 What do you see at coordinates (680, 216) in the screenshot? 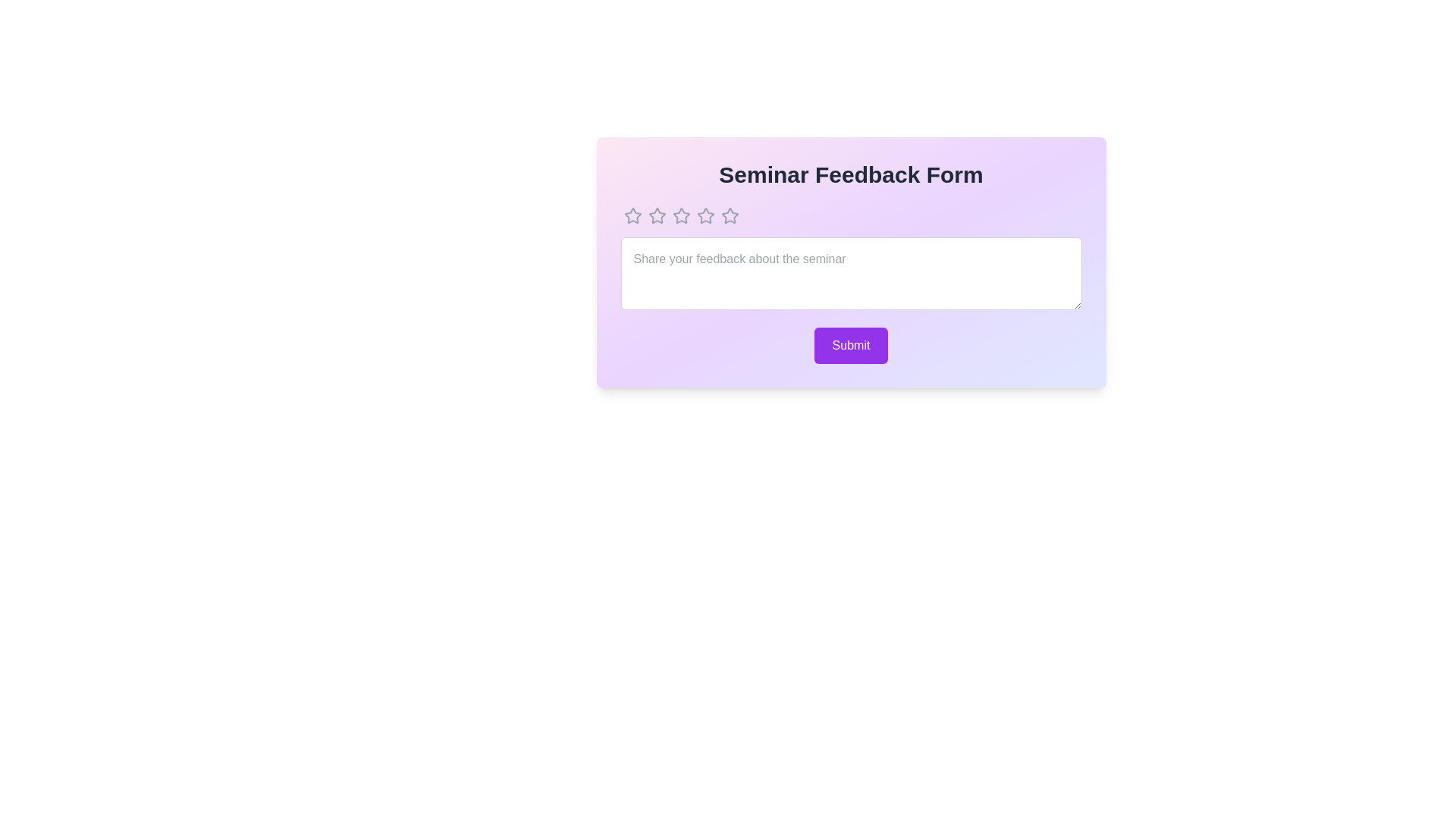
I see `the star to set the rating to 3 stars` at bounding box center [680, 216].